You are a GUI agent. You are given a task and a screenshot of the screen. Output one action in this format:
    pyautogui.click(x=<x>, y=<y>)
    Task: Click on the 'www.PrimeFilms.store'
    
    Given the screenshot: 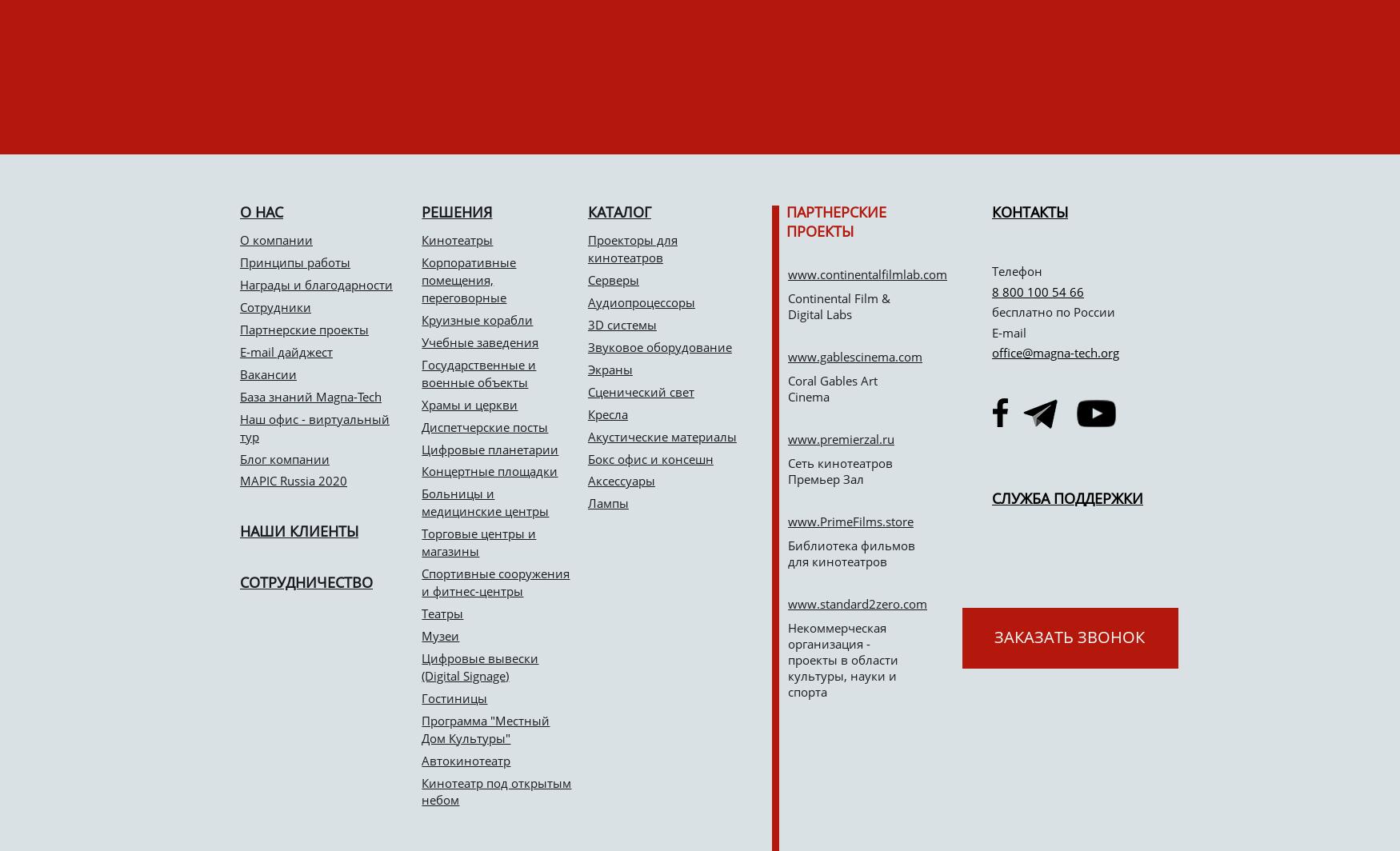 What is the action you would take?
    pyautogui.click(x=850, y=521)
    